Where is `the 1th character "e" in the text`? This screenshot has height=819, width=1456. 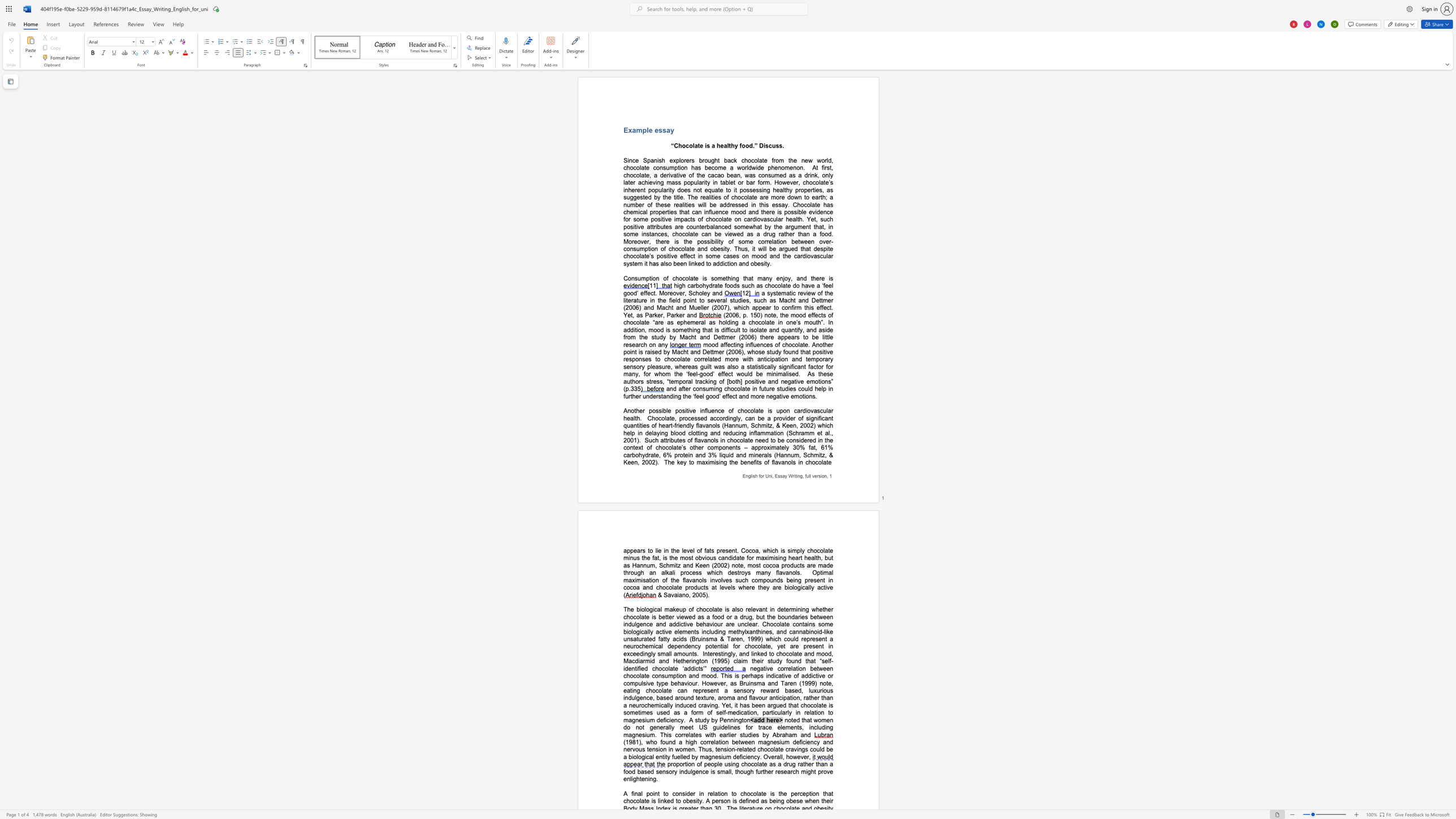 the 1th character "e" in the text is located at coordinates (696, 278).